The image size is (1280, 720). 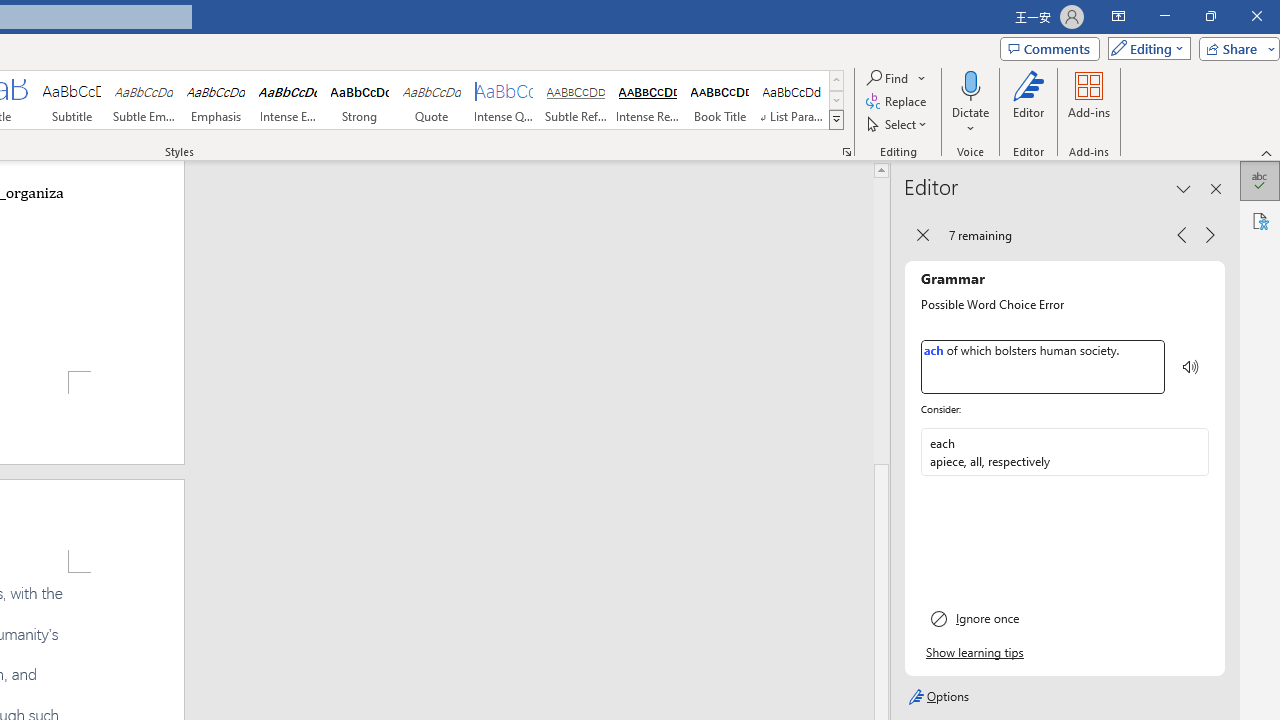 What do you see at coordinates (504, 100) in the screenshot?
I see `'Intense Quote'` at bounding box center [504, 100].